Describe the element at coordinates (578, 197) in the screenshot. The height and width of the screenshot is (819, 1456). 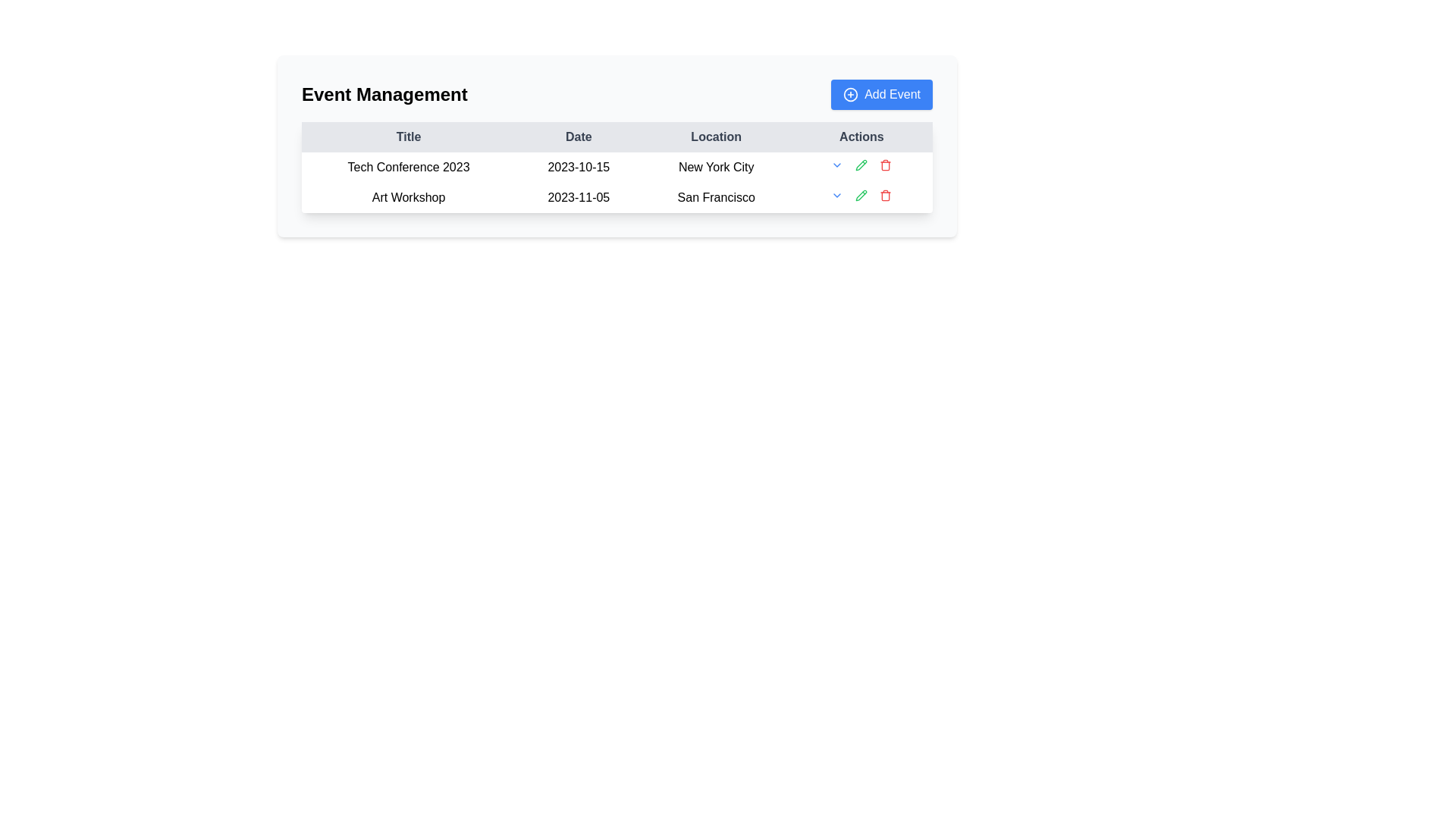
I see `the text display showing the date '2023-11-05' in the middle column of the second row under the 'Date' column, associated with the 'Art Workshop' event` at that location.